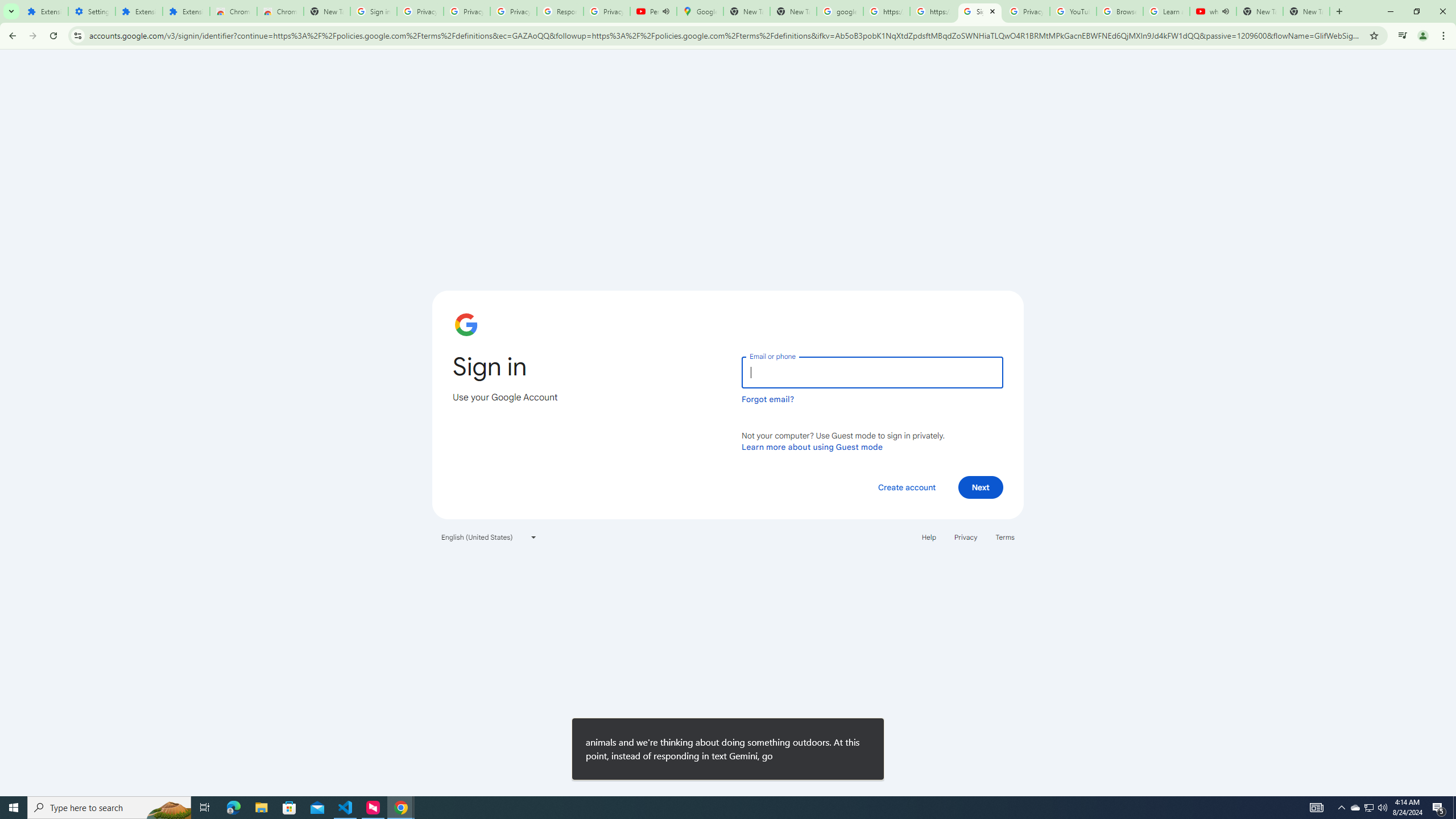 This screenshot has width=1456, height=819. I want to click on 'Sign in - Google Accounts', so click(981, 11).